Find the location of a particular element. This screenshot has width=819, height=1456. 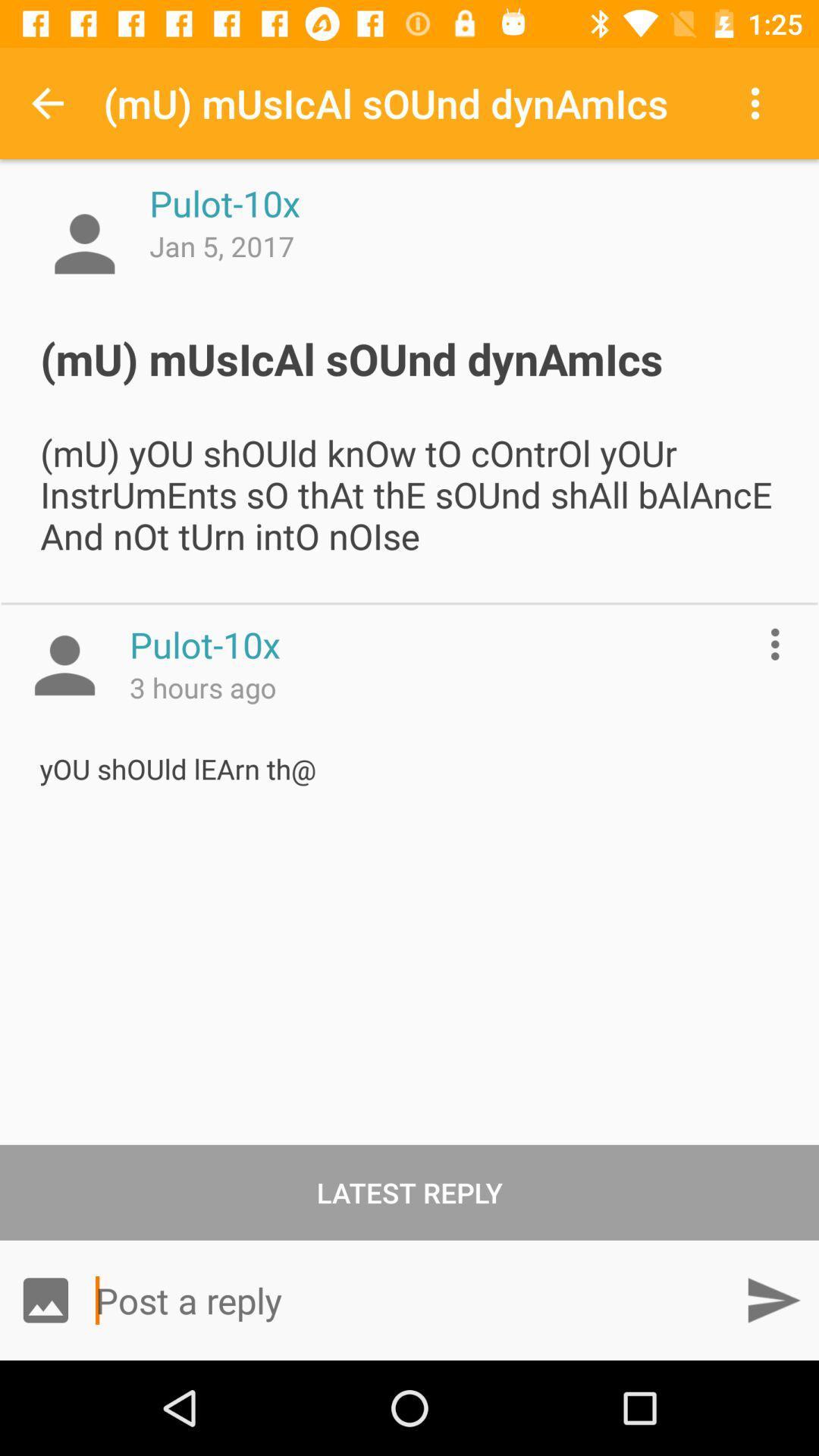

icon below latest reply icon is located at coordinates (773, 1299).